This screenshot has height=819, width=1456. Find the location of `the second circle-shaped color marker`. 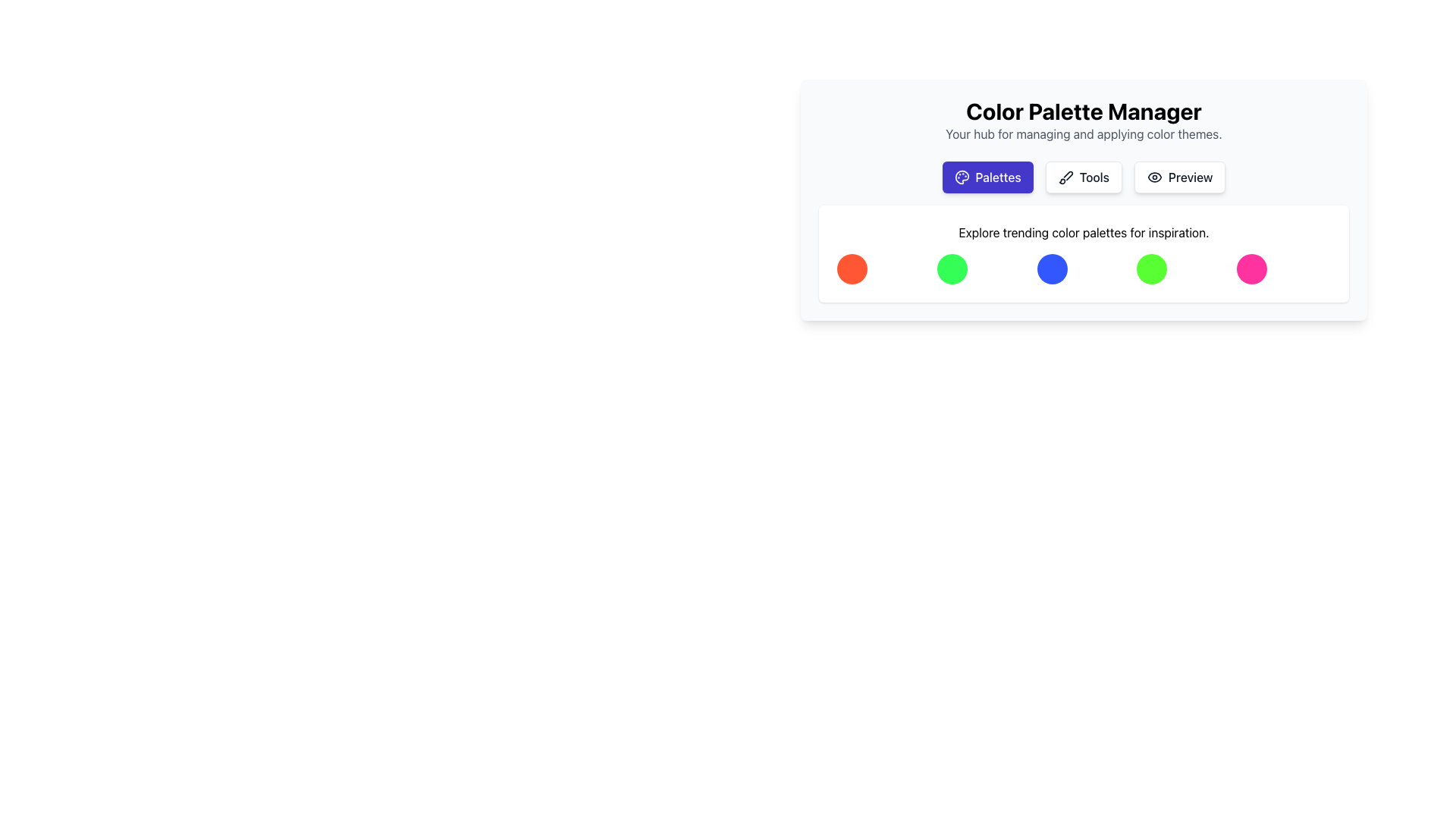

the second circle-shaped color marker is located at coordinates (951, 268).